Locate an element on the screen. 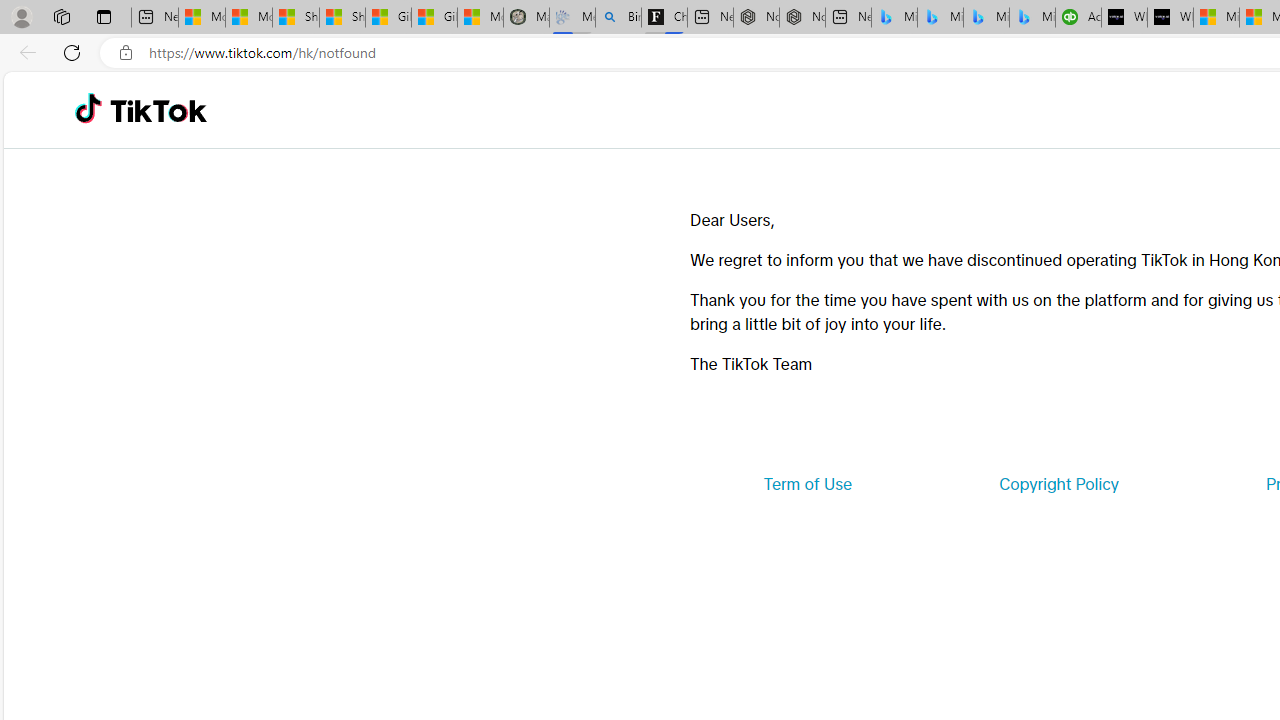 Image resolution: width=1280 pixels, height=720 pixels. 'TikTok' is located at coordinates (157, 110).